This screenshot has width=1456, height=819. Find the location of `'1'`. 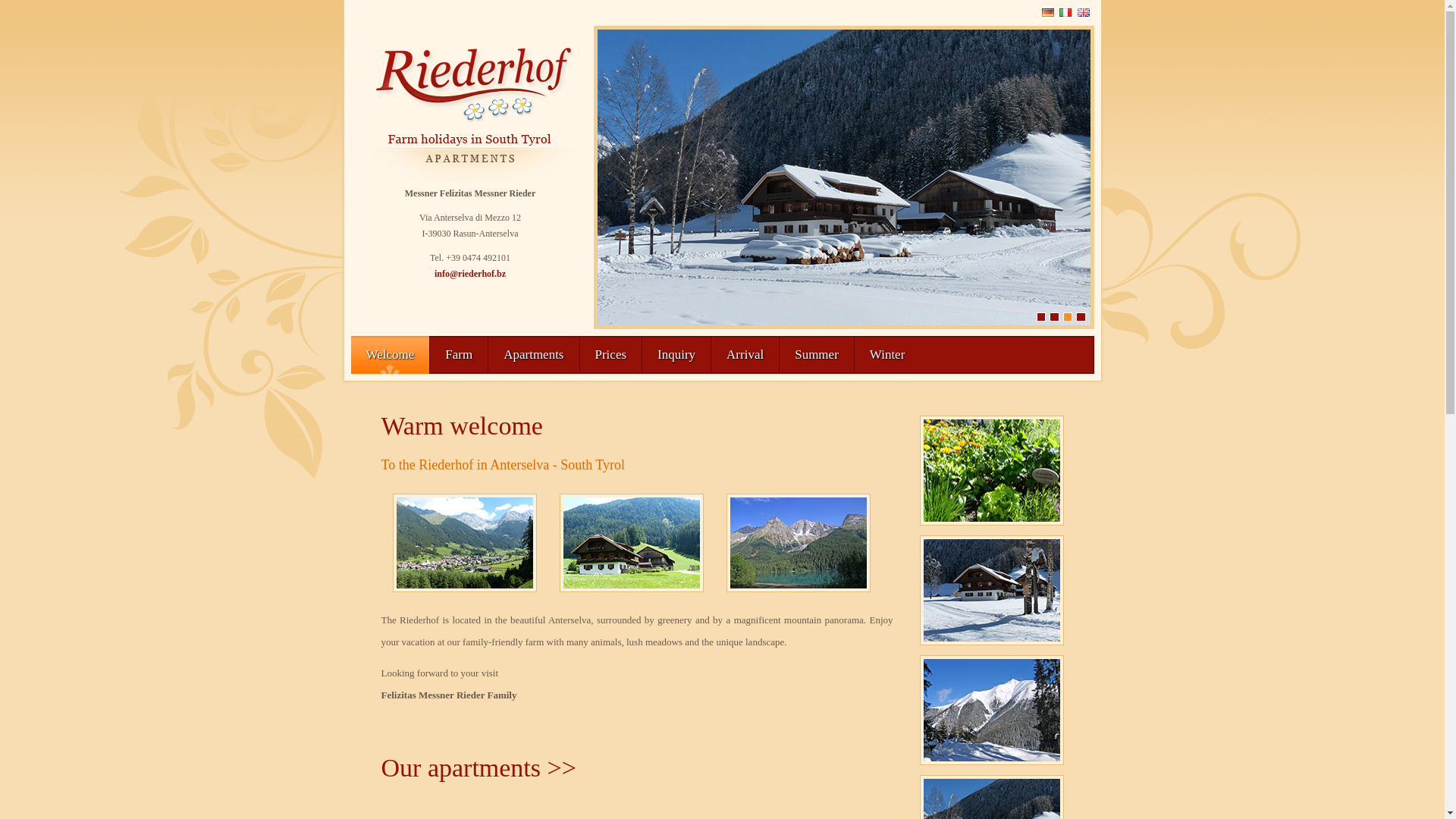

'1' is located at coordinates (1040, 315).